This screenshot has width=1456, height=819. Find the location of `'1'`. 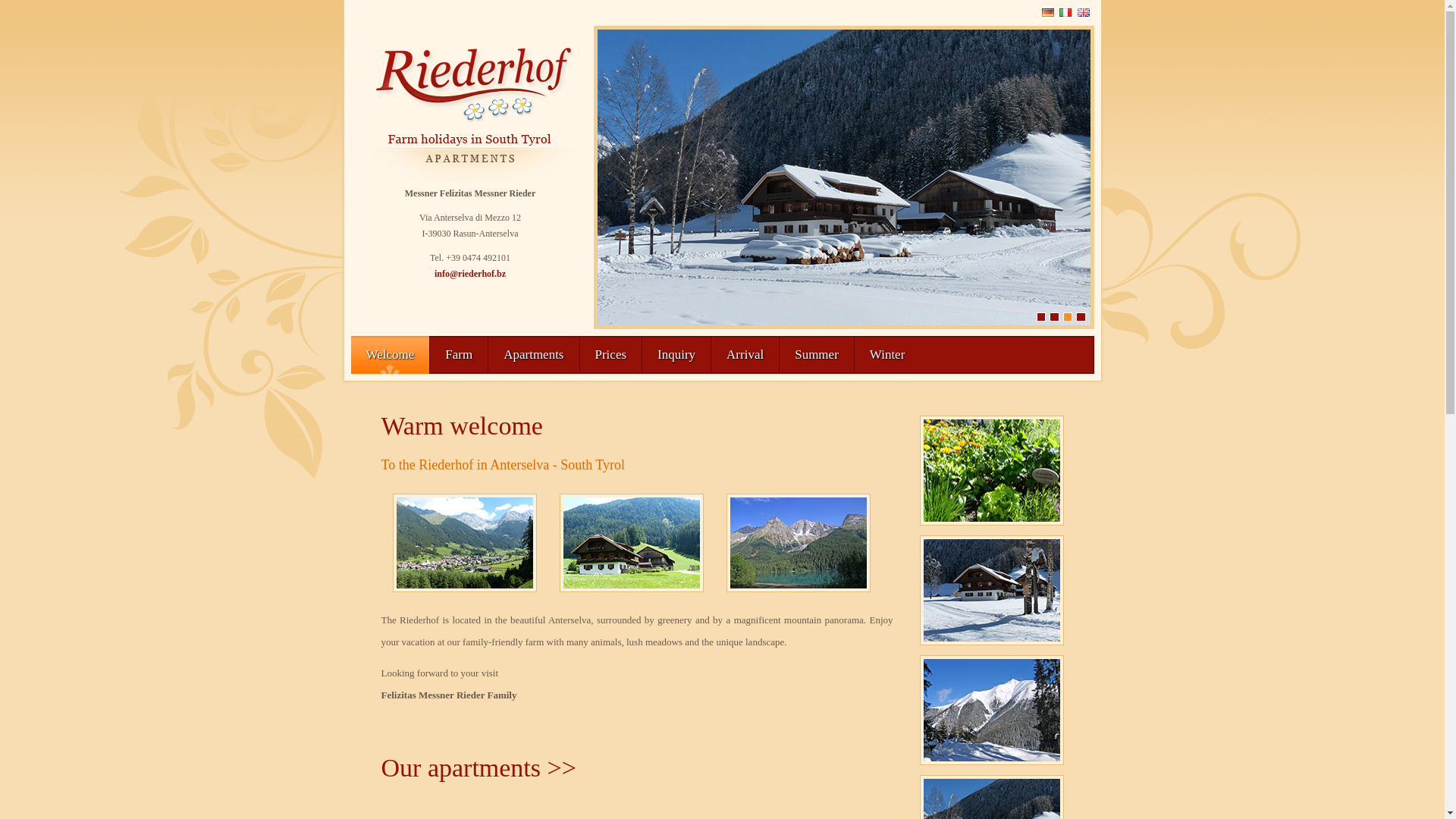

'1' is located at coordinates (1040, 315).